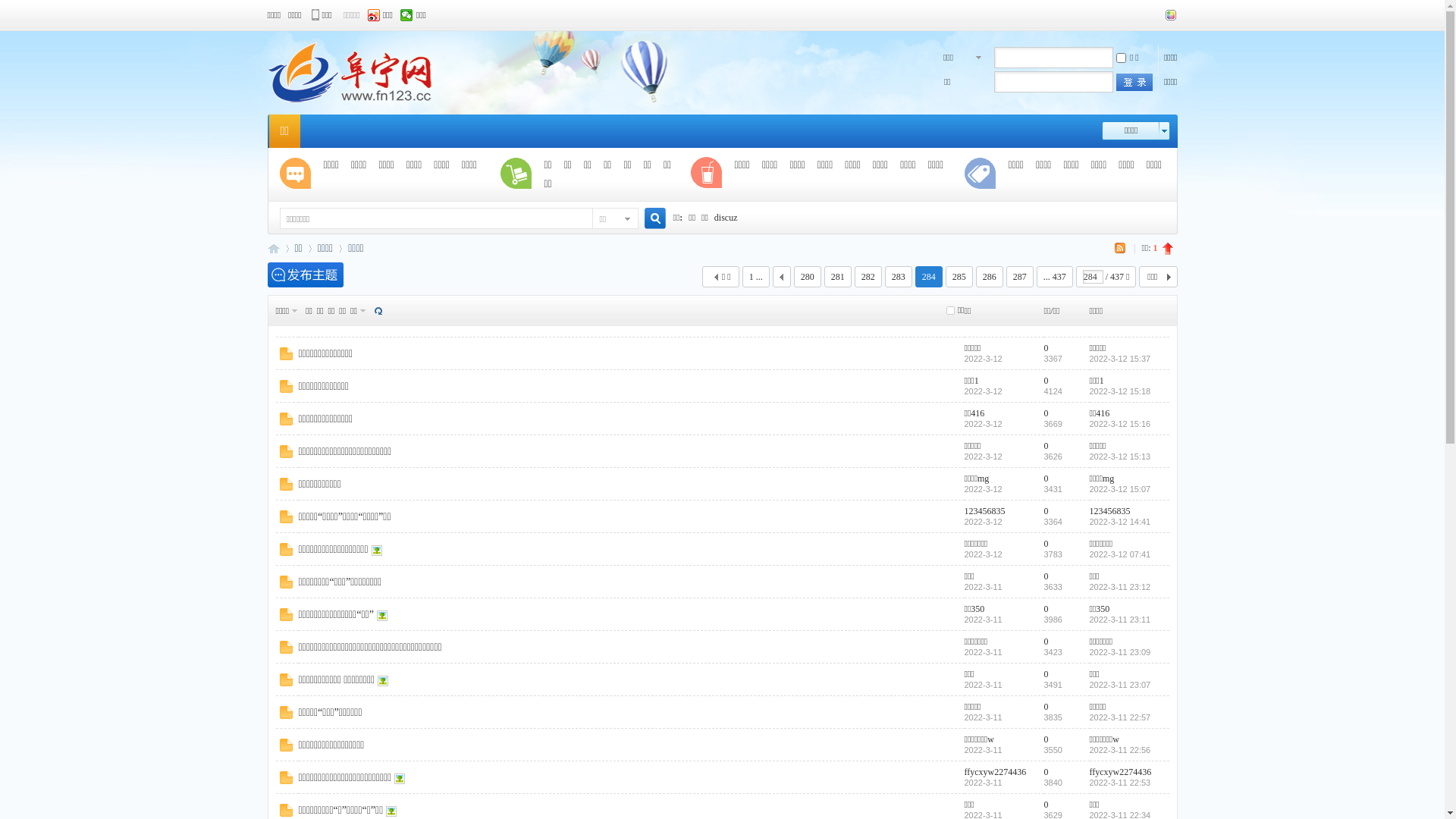 The image size is (1456, 819). What do you see at coordinates (1119, 651) in the screenshot?
I see `'2022-3-11 23:09'` at bounding box center [1119, 651].